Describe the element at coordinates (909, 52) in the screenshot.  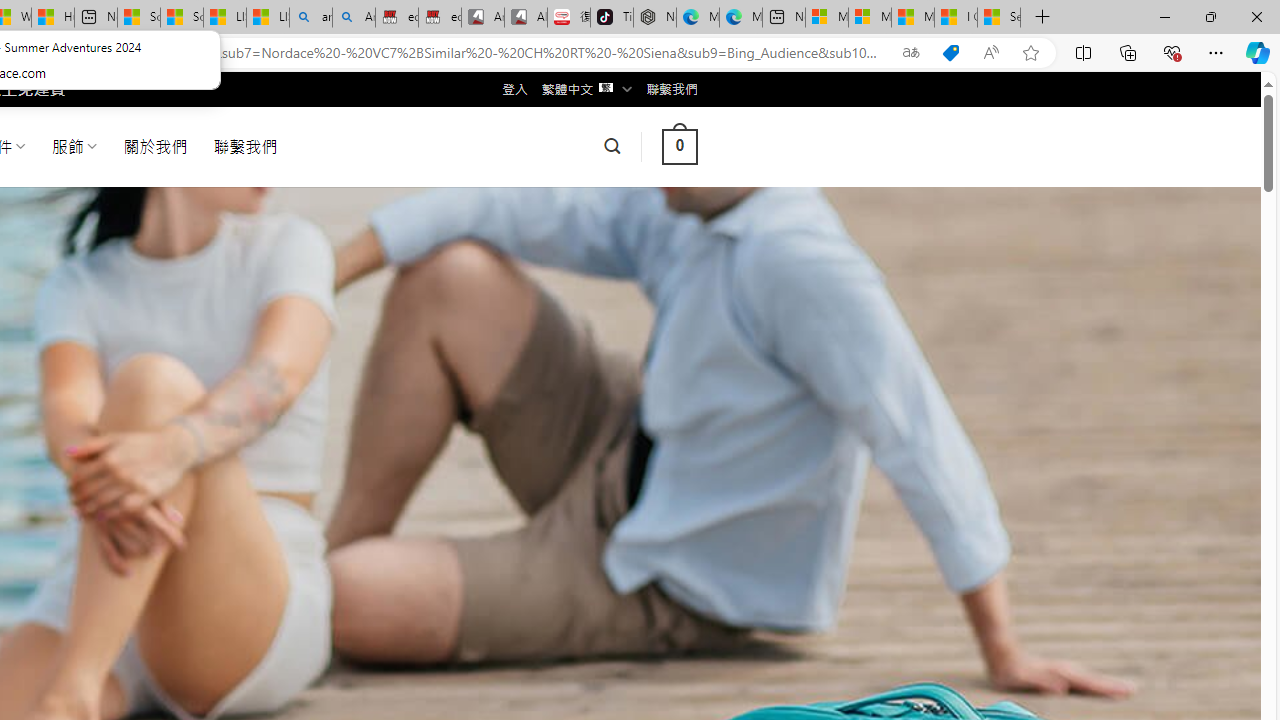
I see `'Show translate options'` at that location.